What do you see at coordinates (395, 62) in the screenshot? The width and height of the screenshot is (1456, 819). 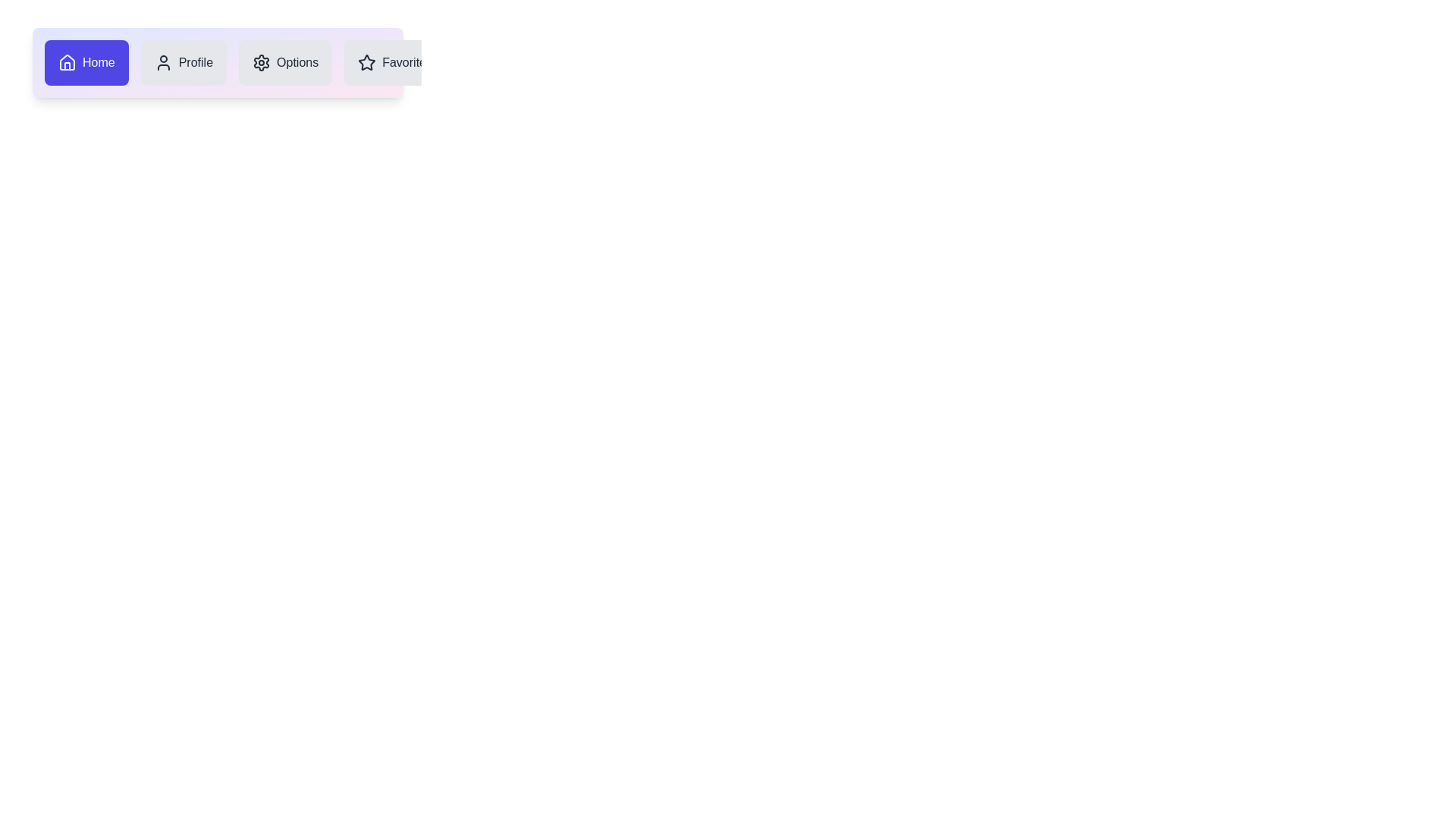 I see `the navigation item Favorites from the navigation bar` at bounding box center [395, 62].